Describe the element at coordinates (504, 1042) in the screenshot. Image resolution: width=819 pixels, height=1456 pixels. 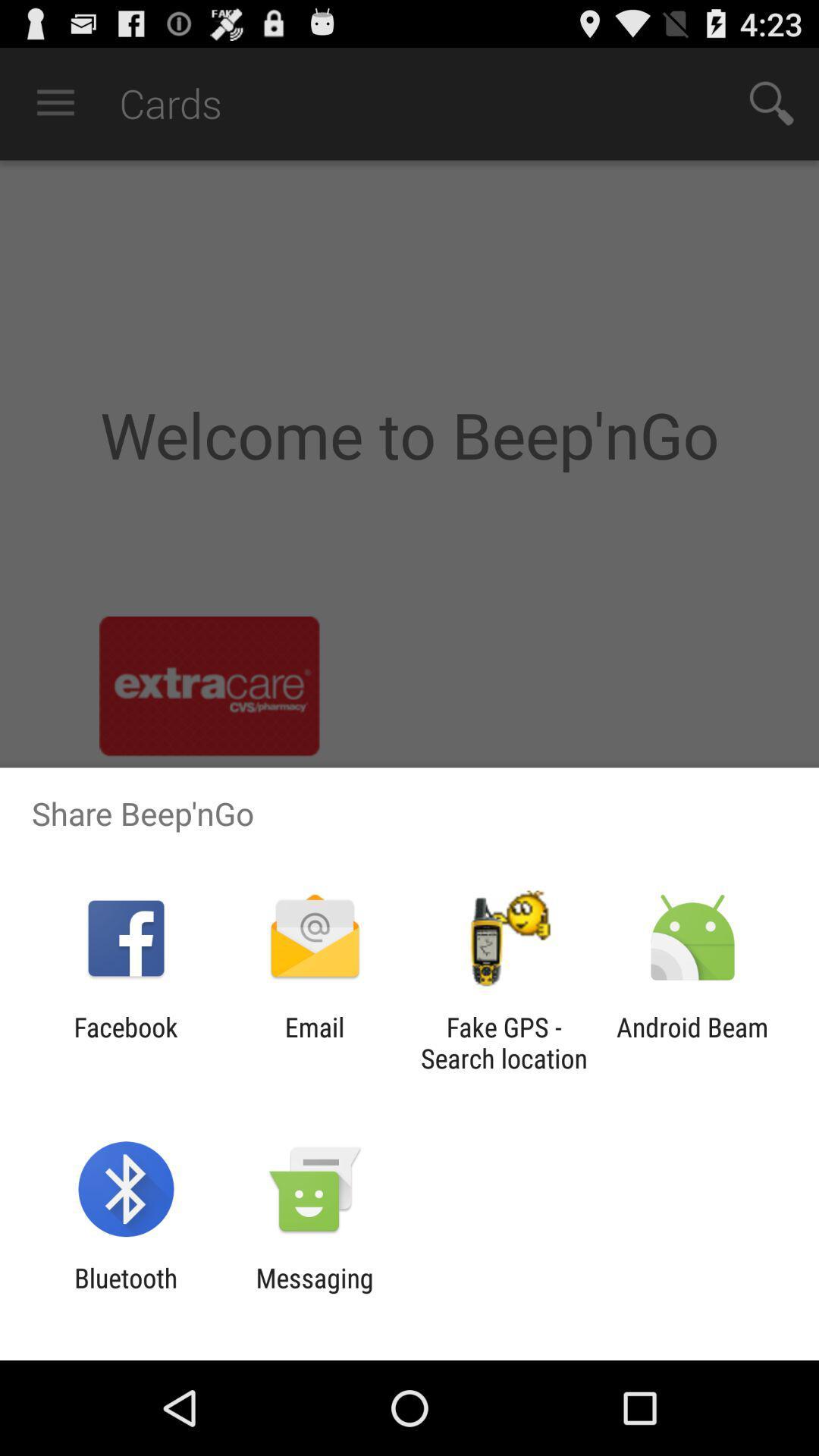
I see `app next to email icon` at that location.